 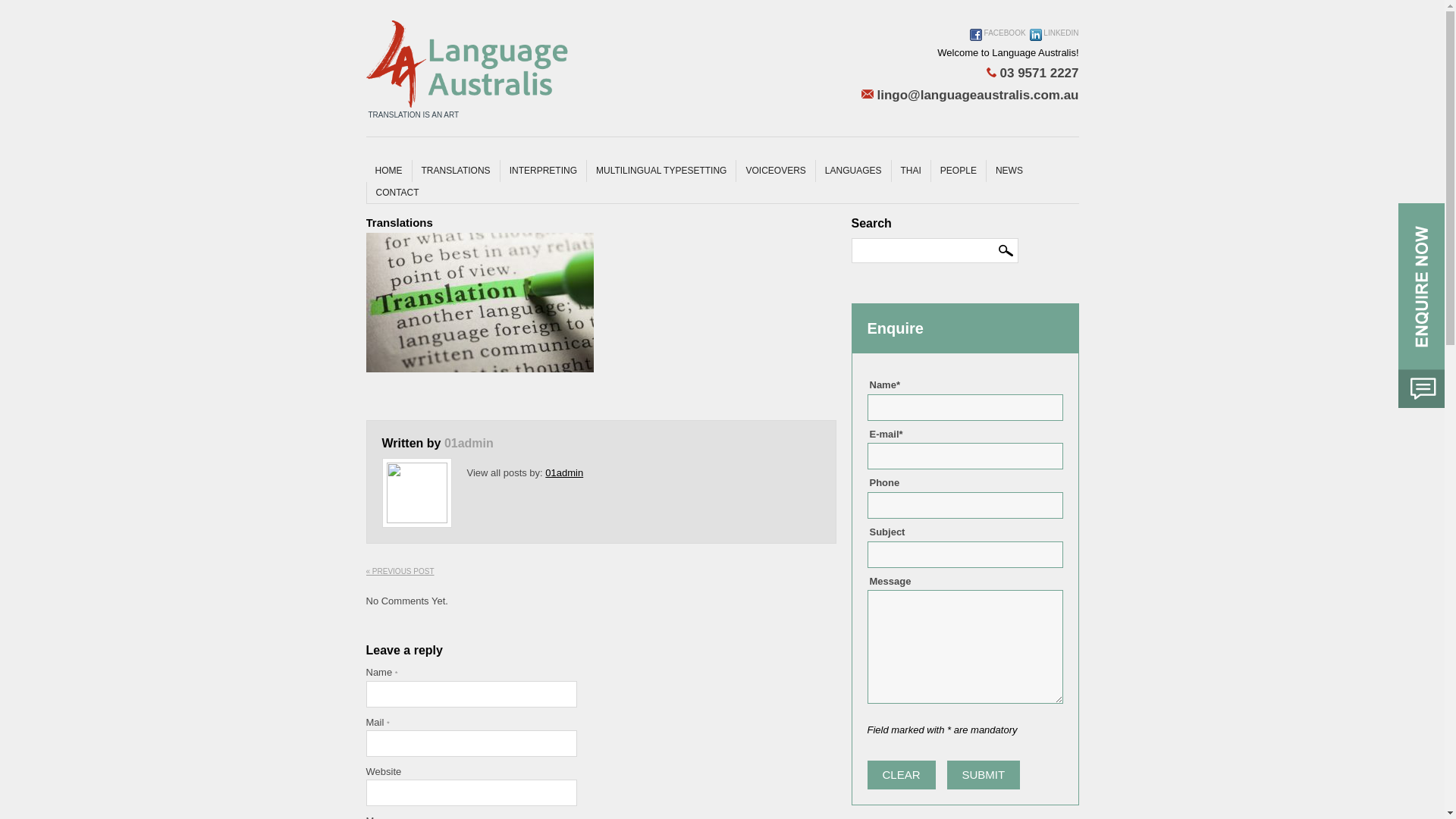 What do you see at coordinates (468, 443) in the screenshot?
I see `'01admin'` at bounding box center [468, 443].